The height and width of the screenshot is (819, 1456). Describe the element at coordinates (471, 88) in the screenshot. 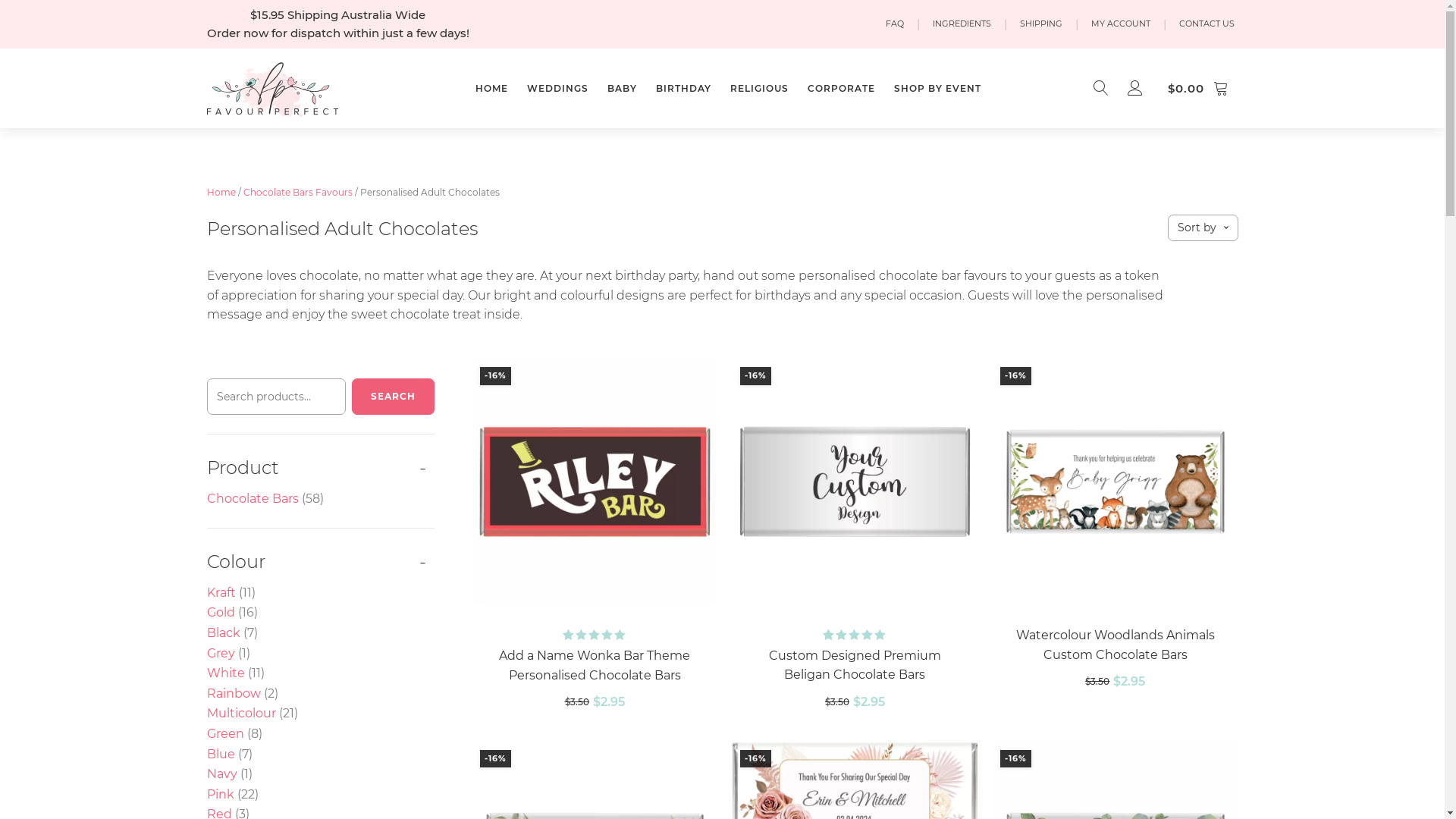

I see `'HOME'` at that location.